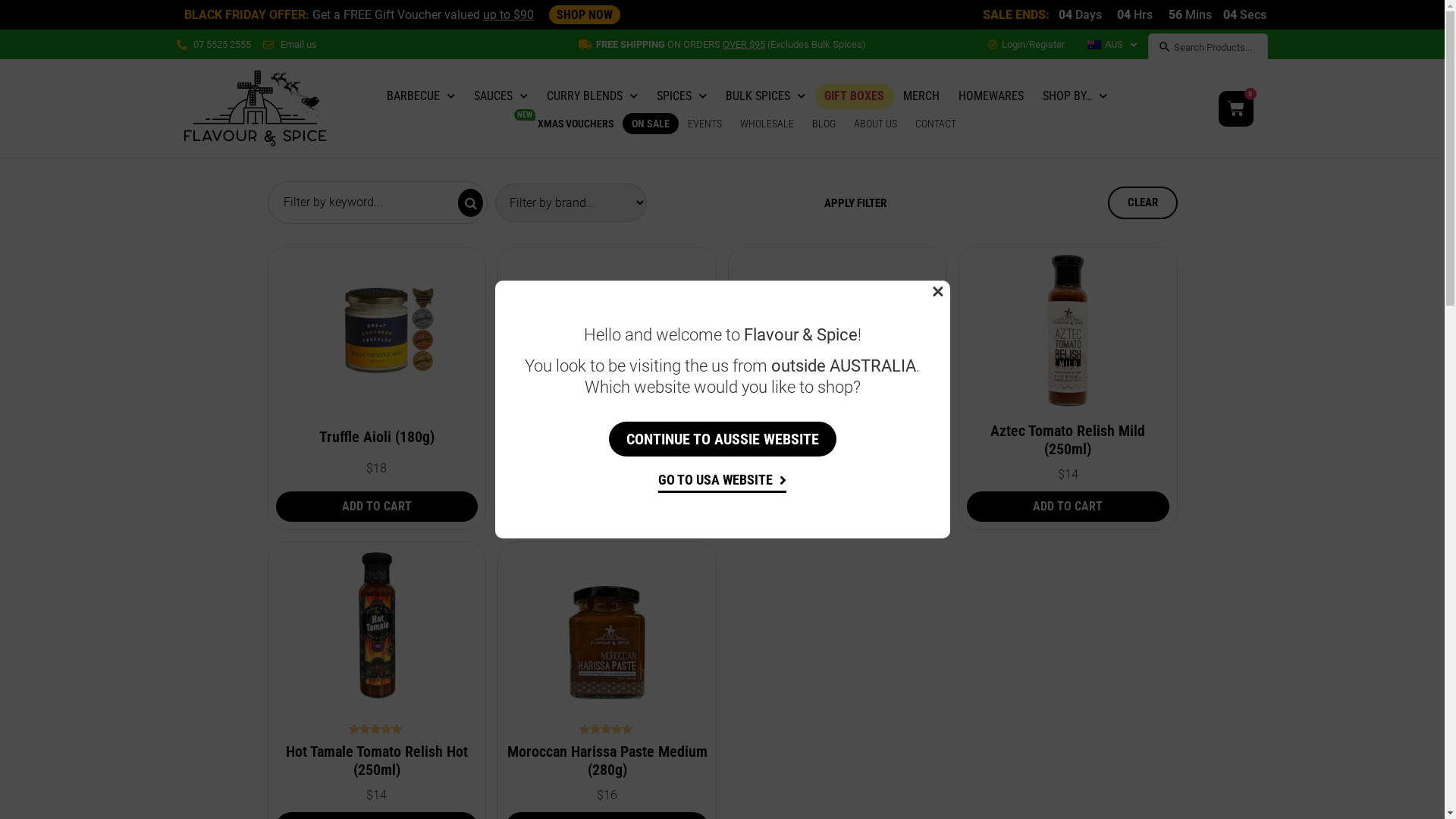 The image size is (1456, 819). I want to click on 'Hot Tamale Tomato Relish Hot (250ml)', so click(377, 760).